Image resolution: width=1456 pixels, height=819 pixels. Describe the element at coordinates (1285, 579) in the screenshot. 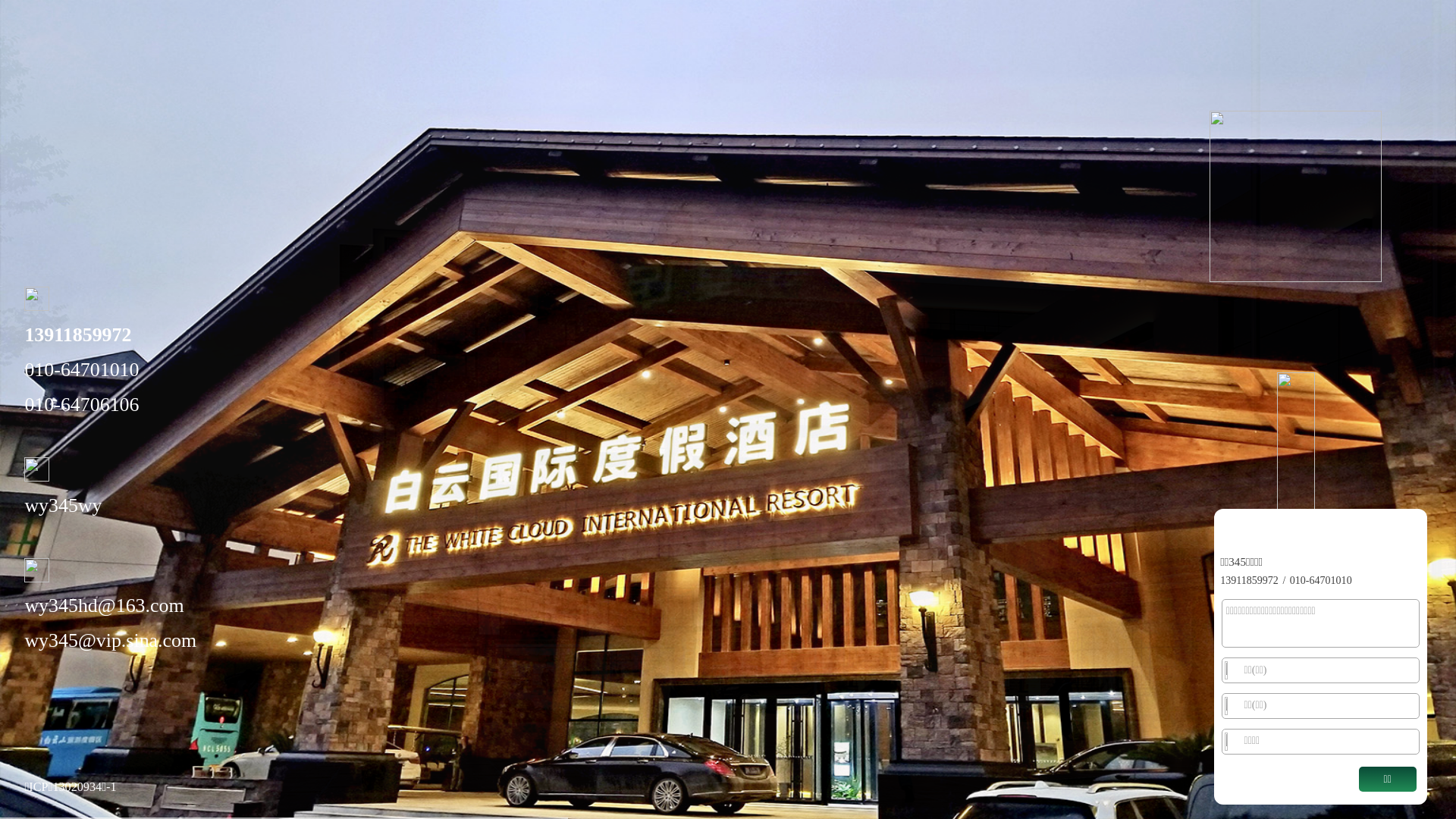

I see `'13911859972 / 010-64701010'` at that location.